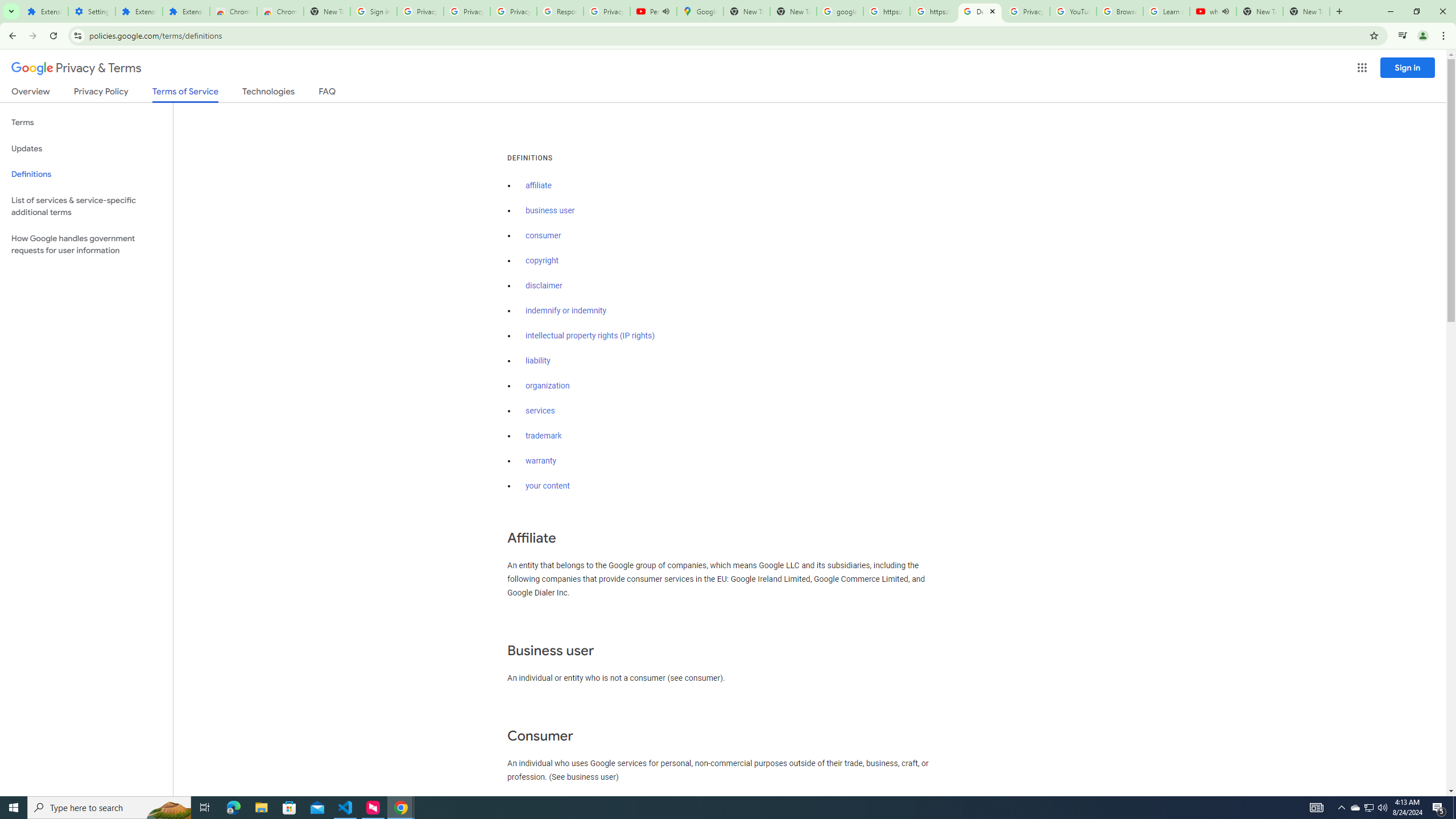  Describe the element at coordinates (565, 311) in the screenshot. I see `'indemnify or indemnity'` at that location.